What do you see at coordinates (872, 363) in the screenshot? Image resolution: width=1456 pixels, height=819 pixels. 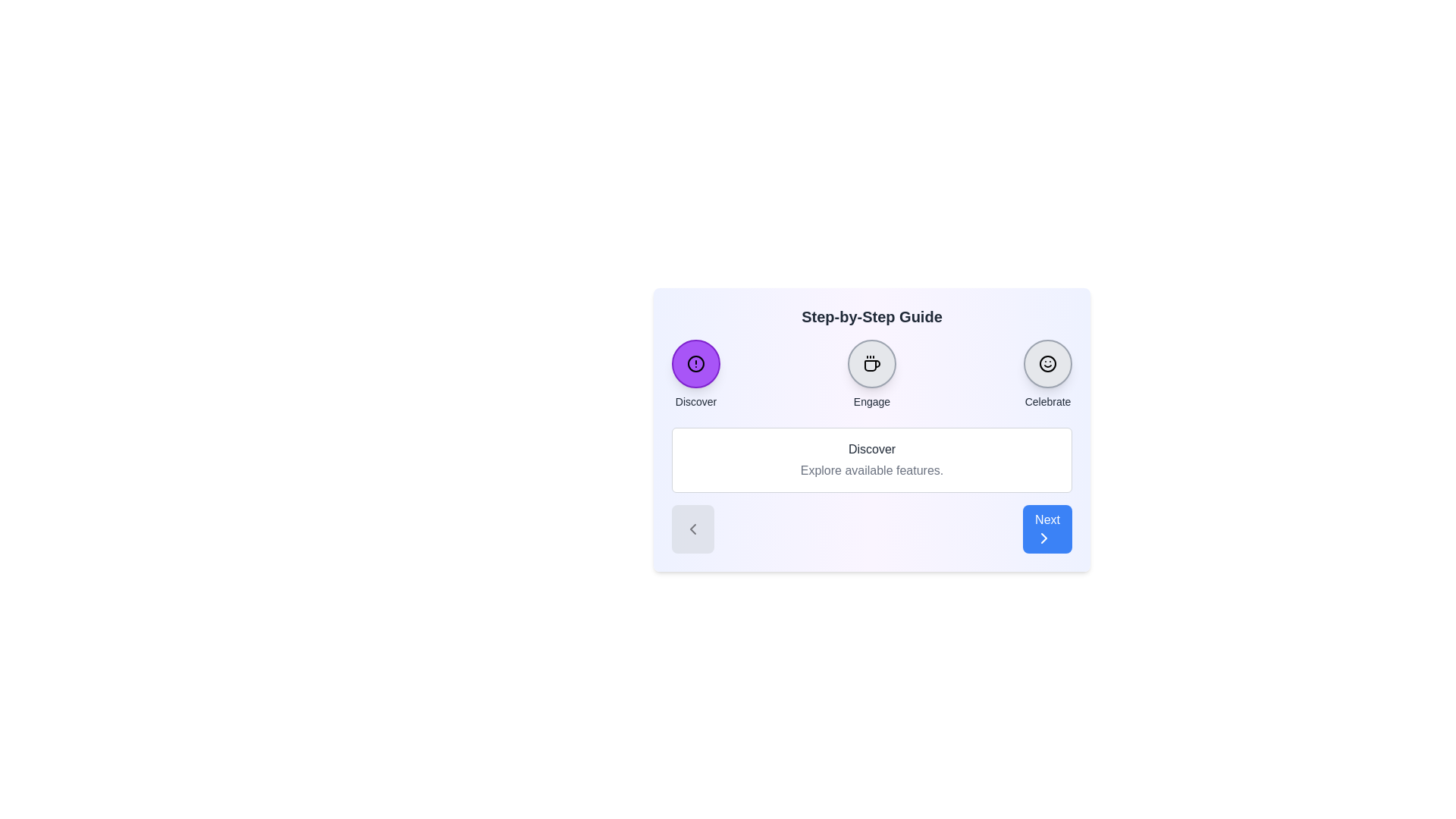 I see `the decorative coffee cup icon located centrally in the interface above the 'Engage' label` at bounding box center [872, 363].